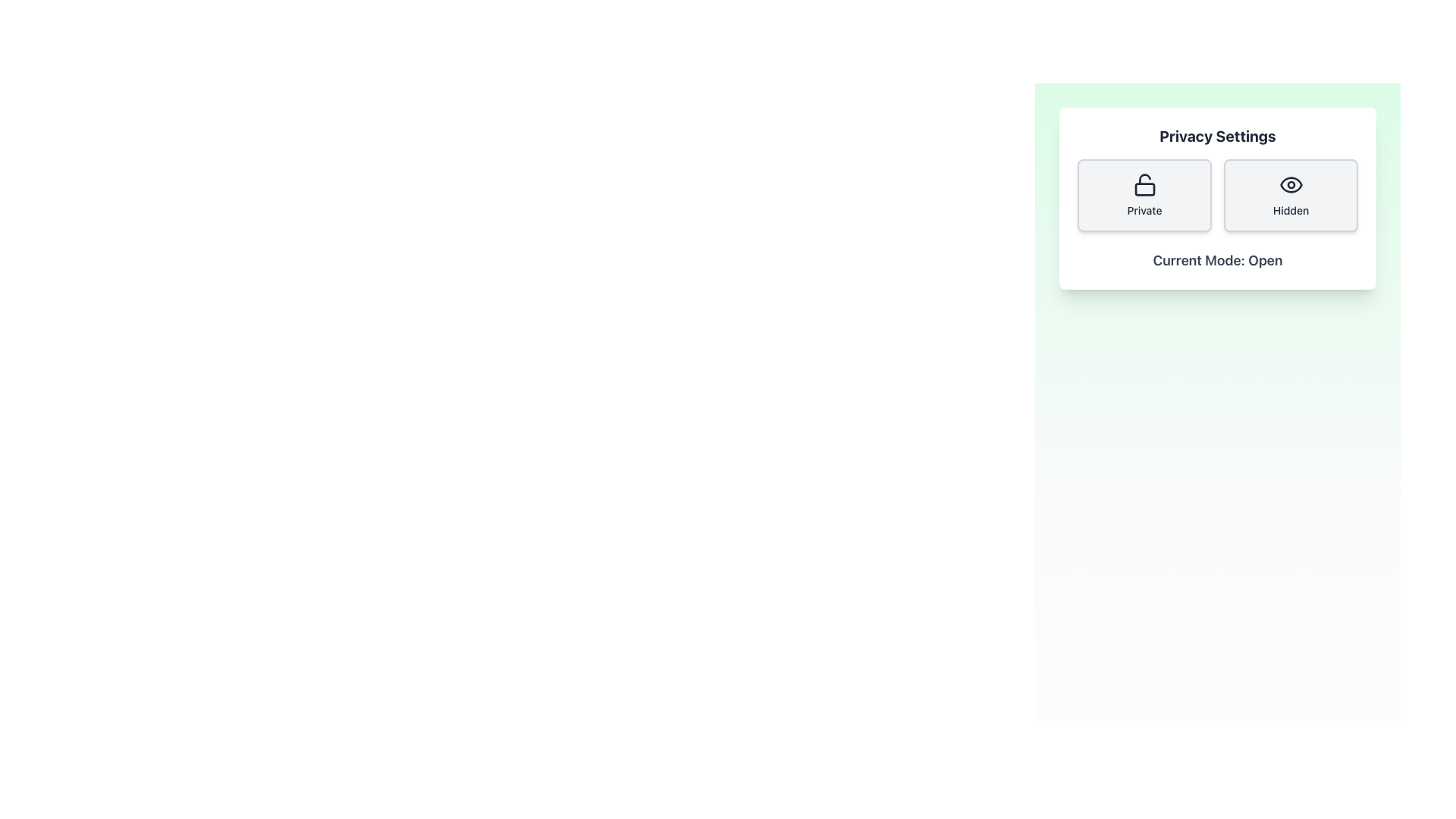 This screenshot has width=1456, height=819. I want to click on the 'Privacy Settings' text label, which is a bold, extra-large font element located at the top-center of a rectangular white card, so click(1218, 136).